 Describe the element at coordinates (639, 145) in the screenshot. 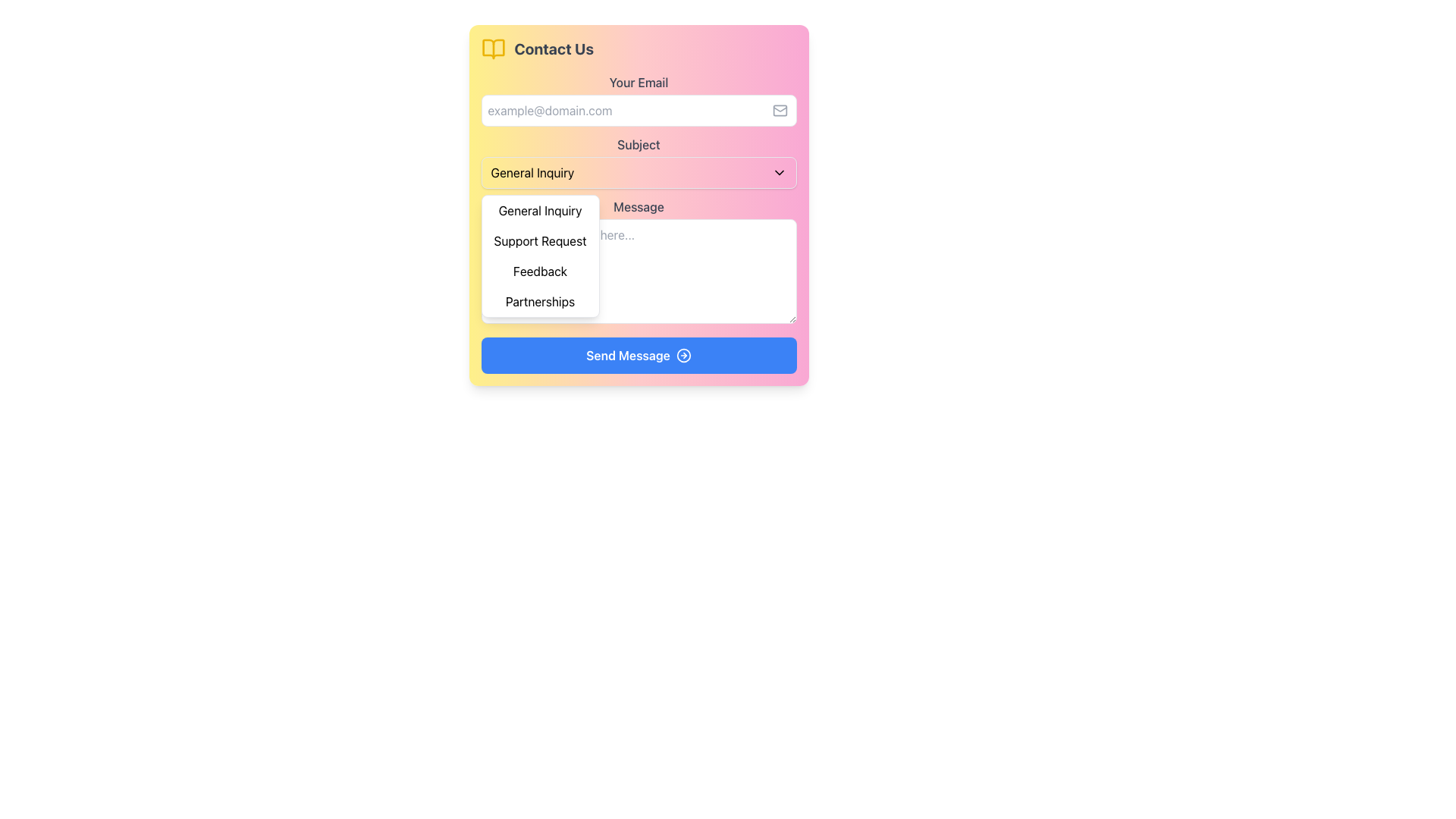

I see `the bold, gray text label positioned above the 'General Inquiry' dropdown menu, aligned to its left, within the form section` at that location.